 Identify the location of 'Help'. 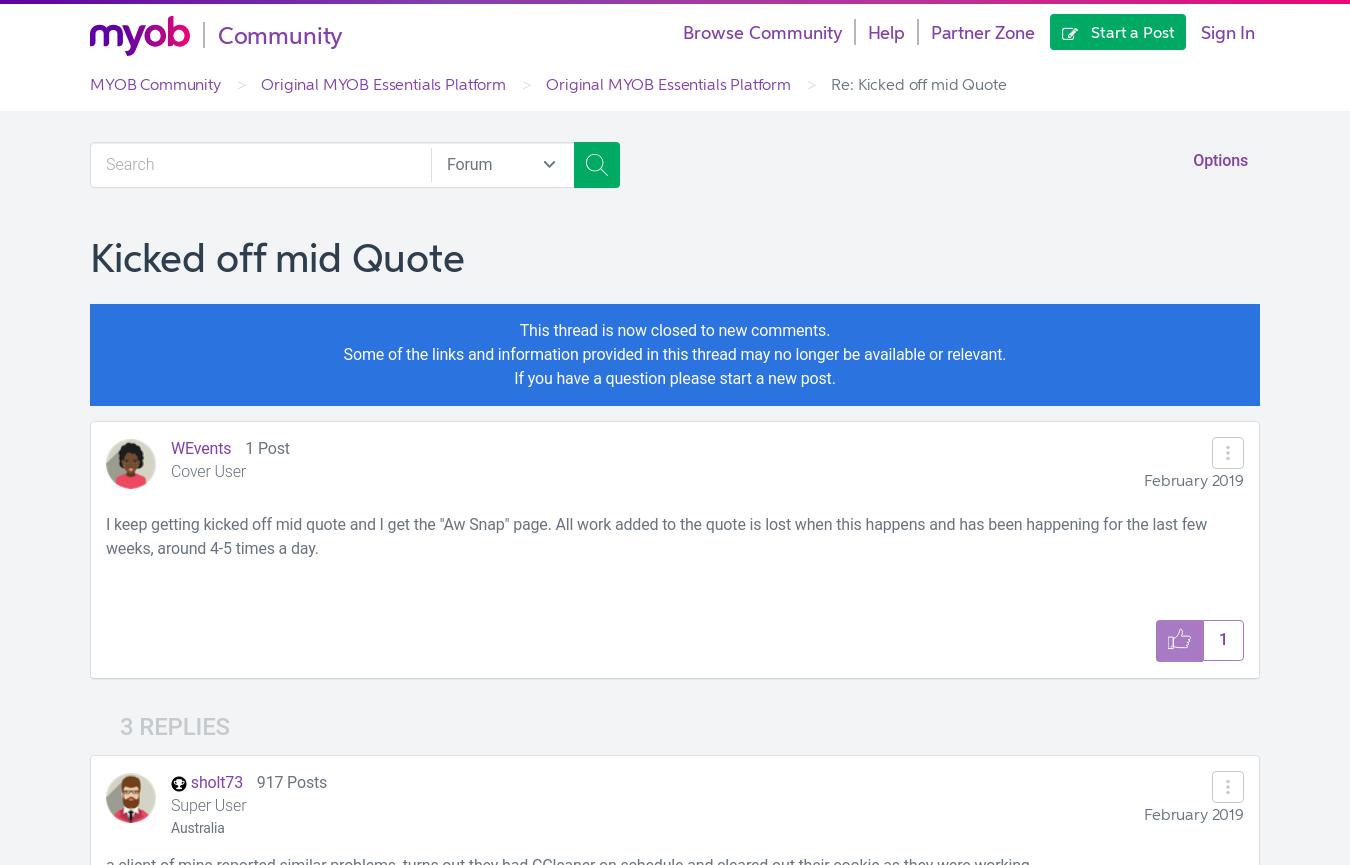
(886, 32).